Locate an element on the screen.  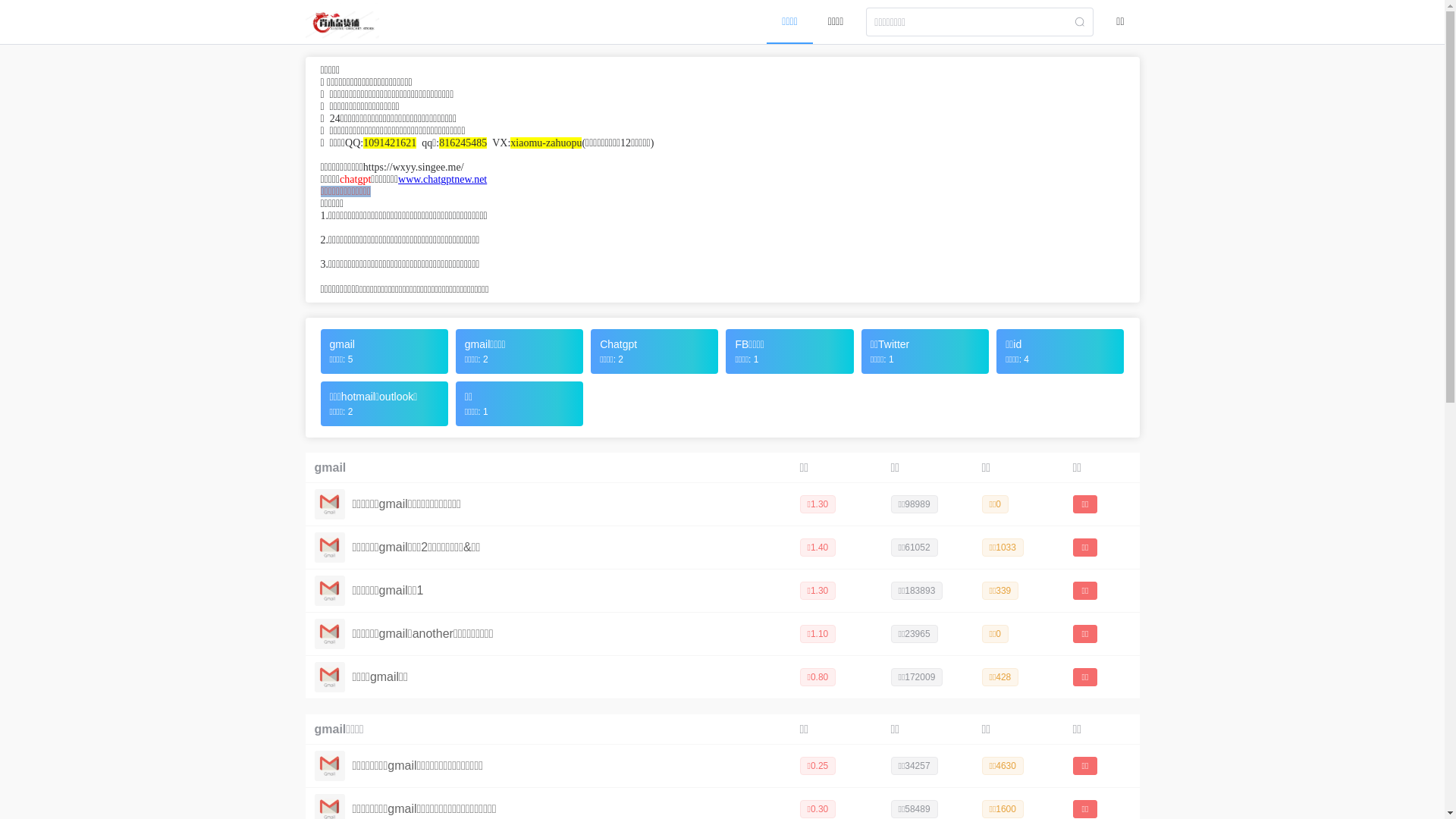
'www.chatgptnew.net' is located at coordinates (441, 178).